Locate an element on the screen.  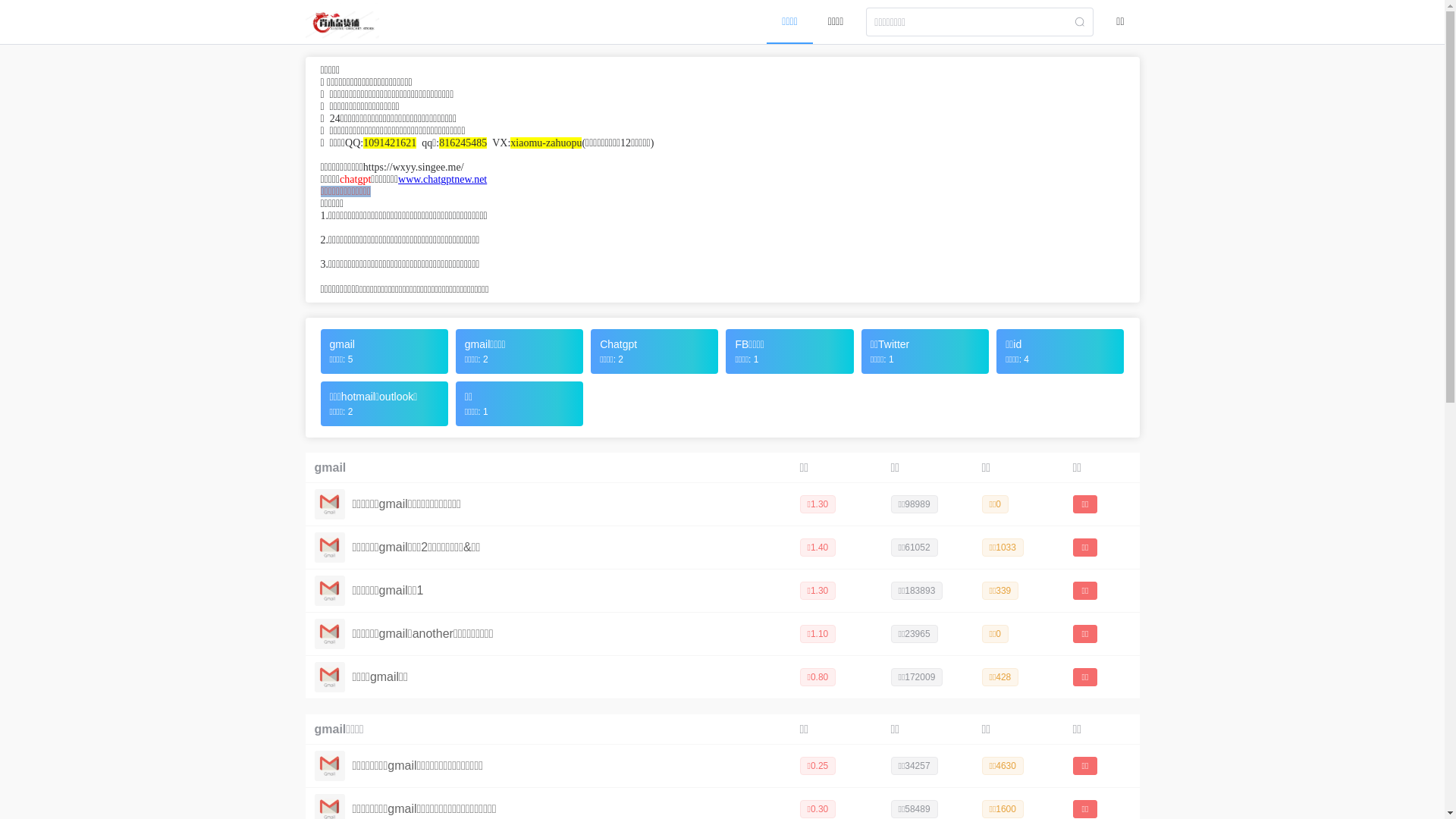
'www.chatgptnew.net' is located at coordinates (441, 178).